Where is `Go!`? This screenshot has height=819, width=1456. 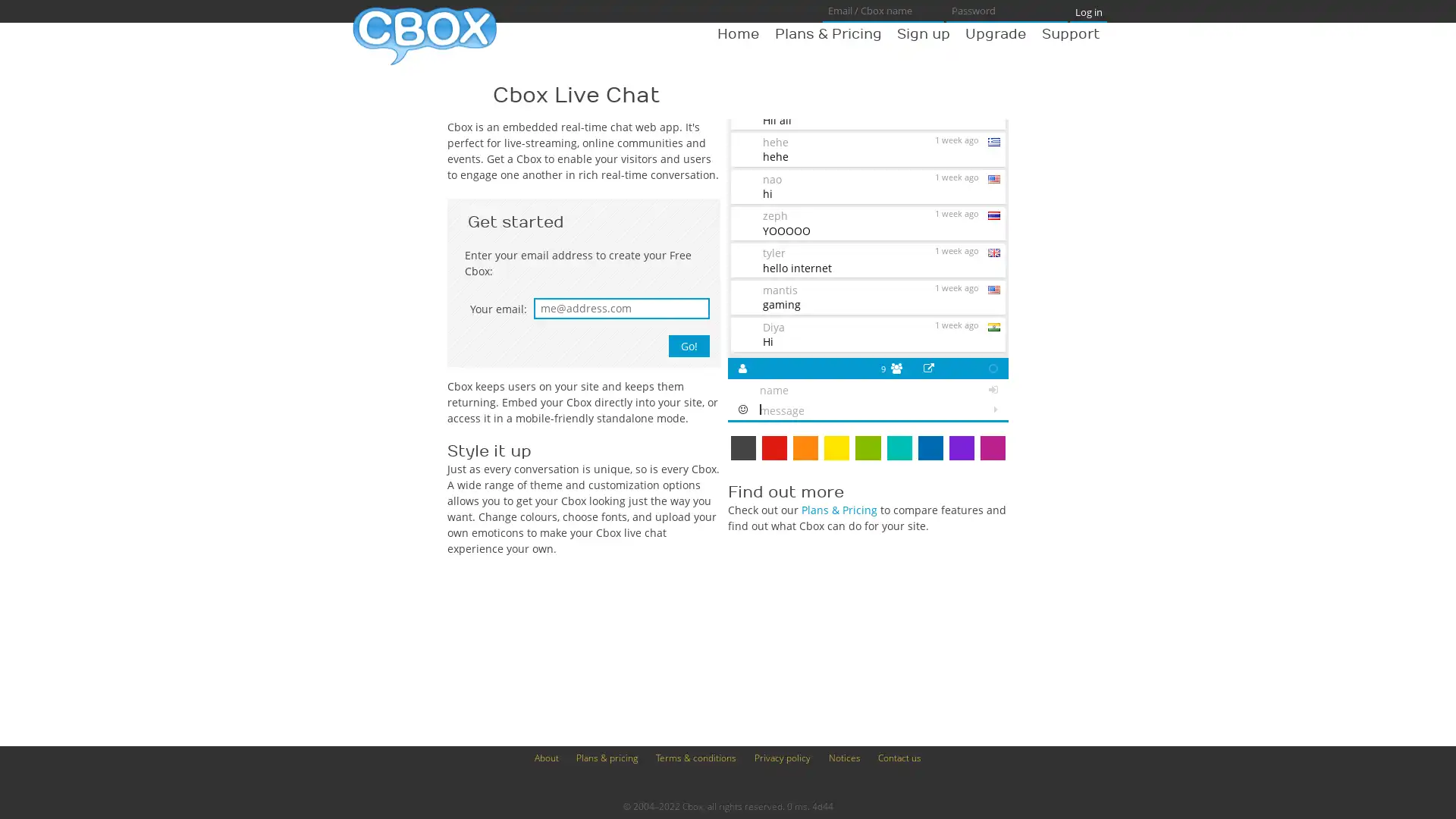 Go! is located at coordinates (688, 345).